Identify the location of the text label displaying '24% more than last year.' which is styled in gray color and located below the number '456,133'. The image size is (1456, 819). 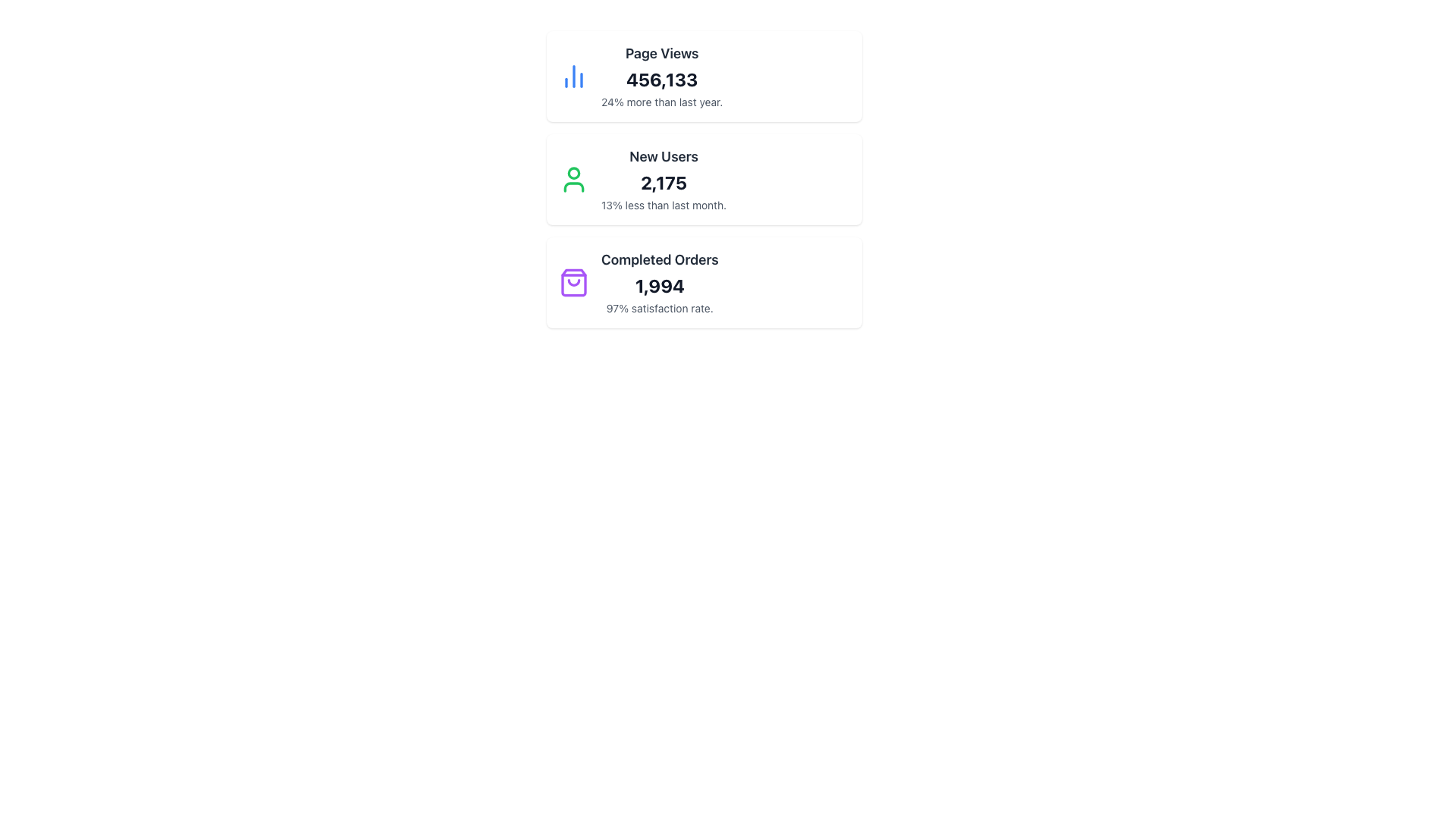
(662, 102).